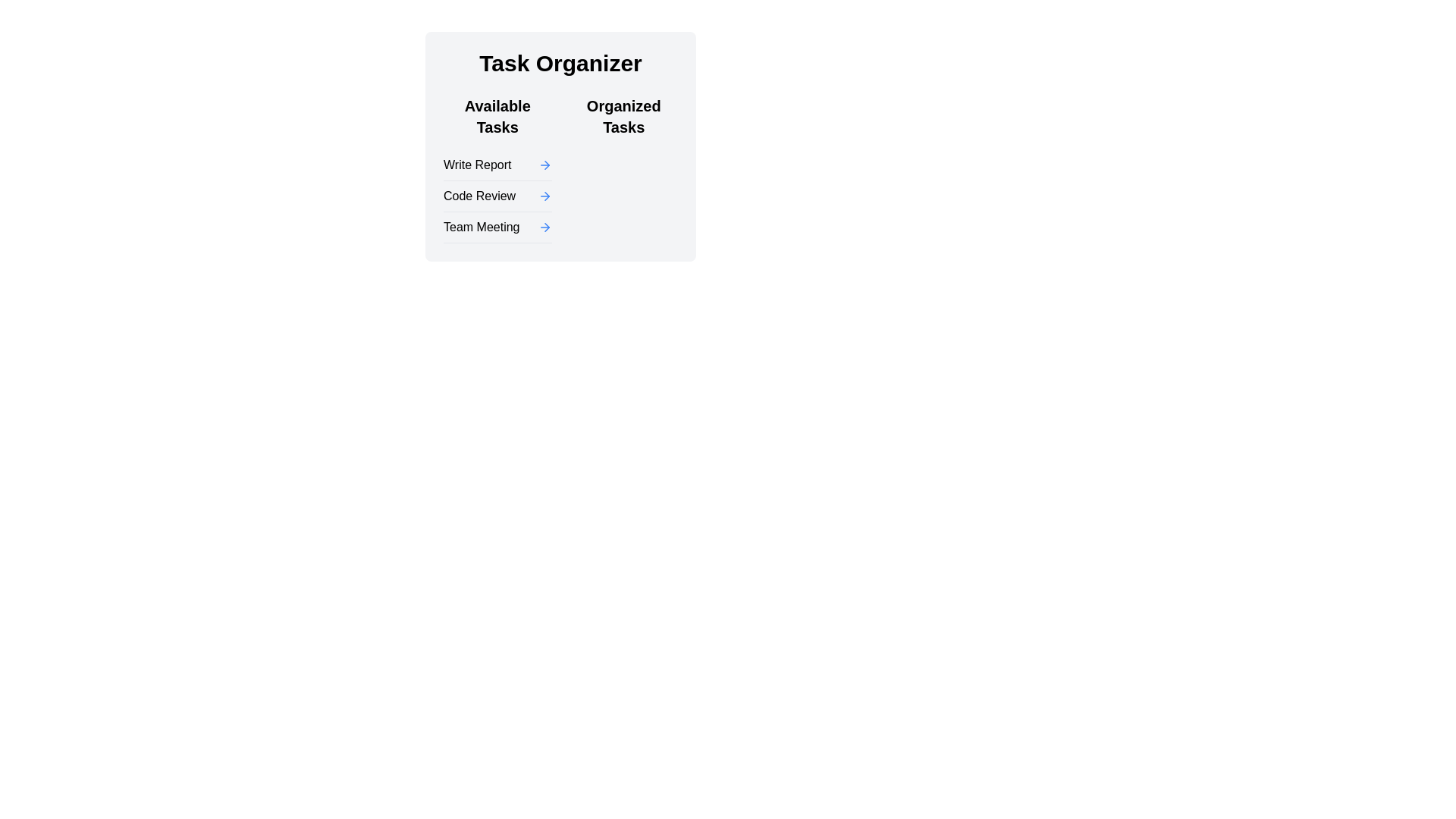 This screenshot has width=1456, height=819. What do you see at coordinates (476, 165) in the screenshot?
I see `the 'Write Report' text label, which is the leftmost item in the first row of the 'Available Tasks' section in the 'Task Organizer'` at bounding box center [476, 165].